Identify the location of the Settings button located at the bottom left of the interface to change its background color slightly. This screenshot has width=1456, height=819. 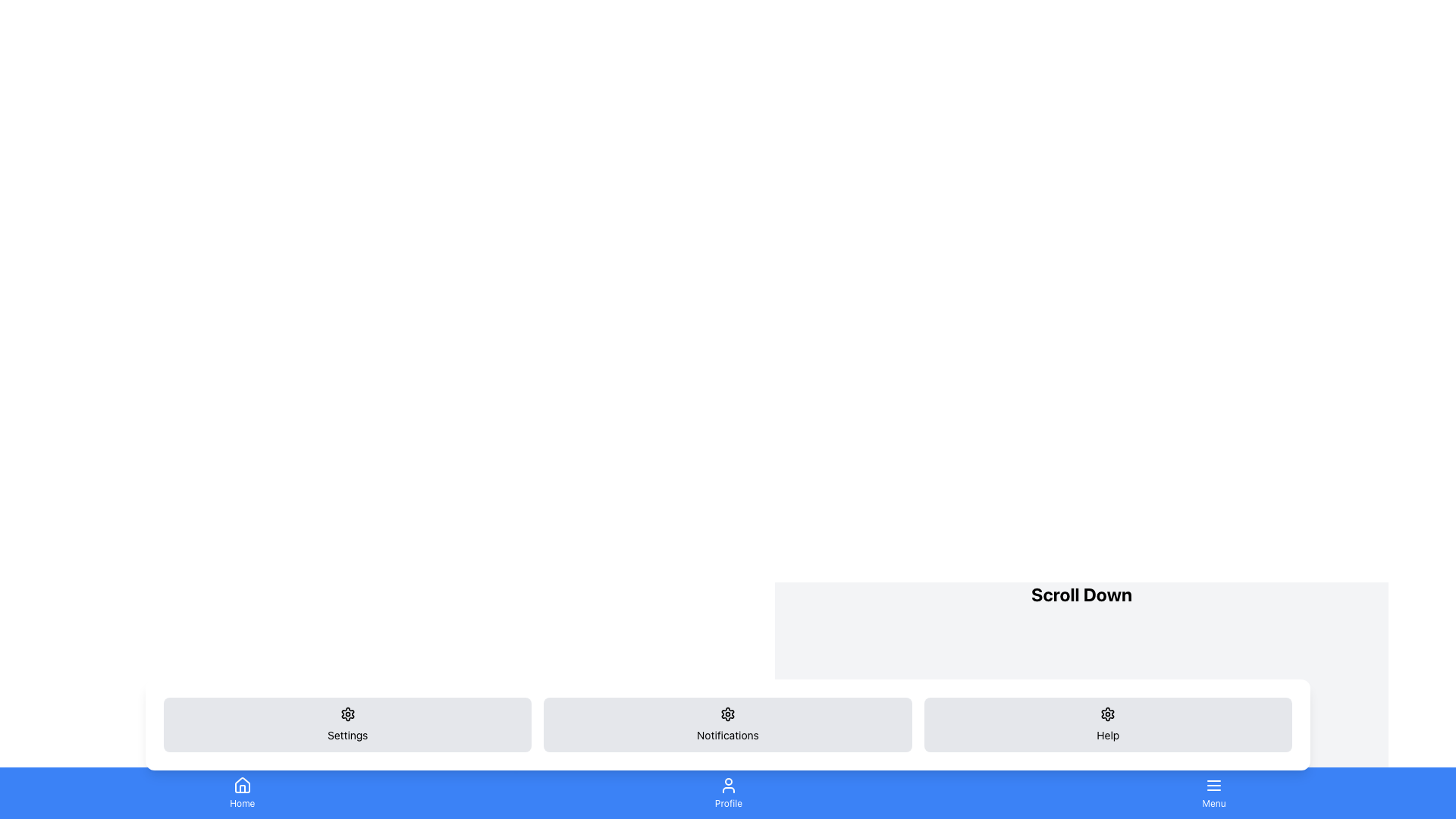
(347, 724).